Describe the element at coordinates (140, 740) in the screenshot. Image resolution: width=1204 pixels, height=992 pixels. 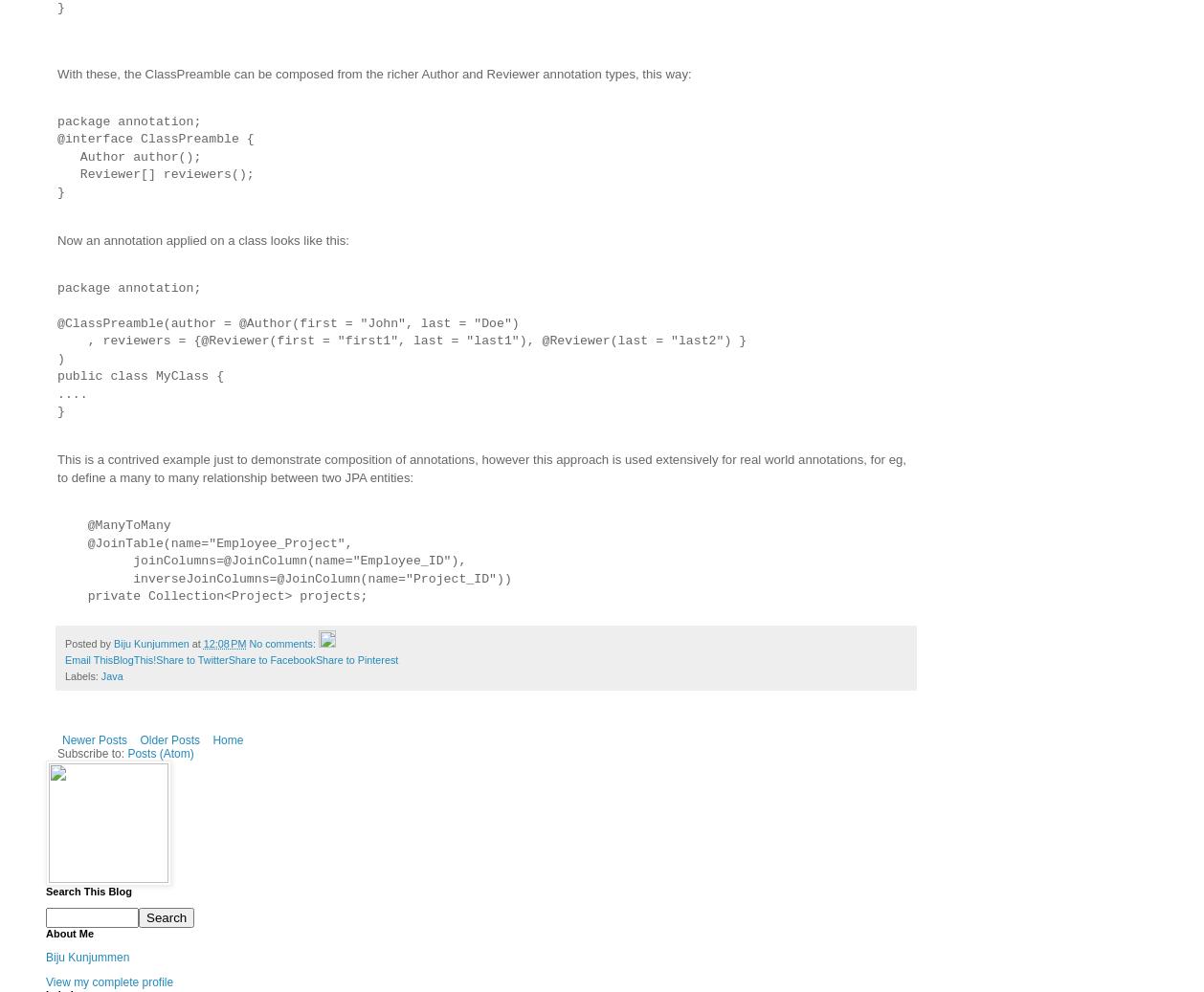
I see `'Older Posts'` at that location.